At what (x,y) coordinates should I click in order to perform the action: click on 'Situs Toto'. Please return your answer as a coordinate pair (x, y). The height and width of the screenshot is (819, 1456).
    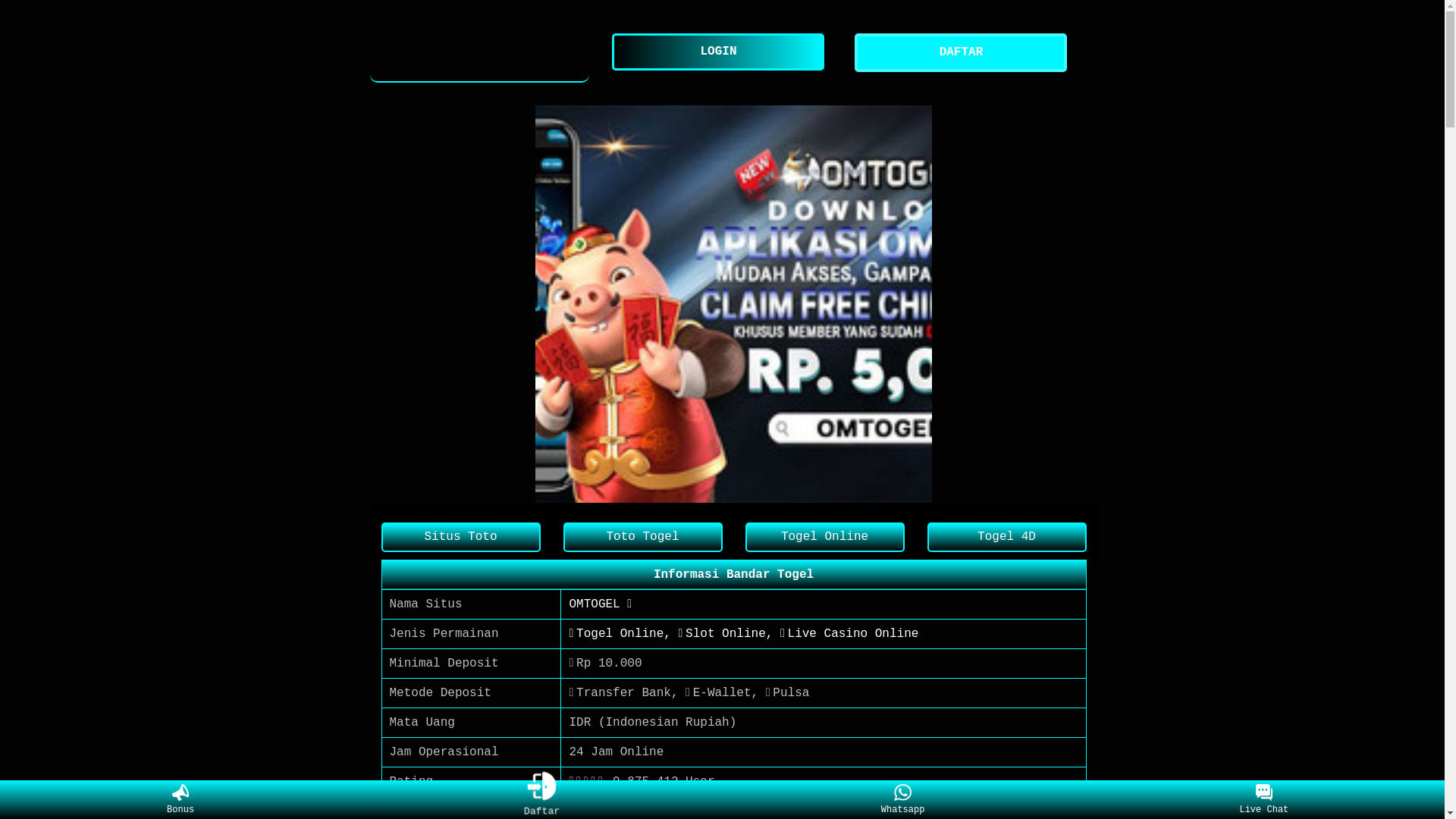
    Looking at the image, I should click on (459, 536).